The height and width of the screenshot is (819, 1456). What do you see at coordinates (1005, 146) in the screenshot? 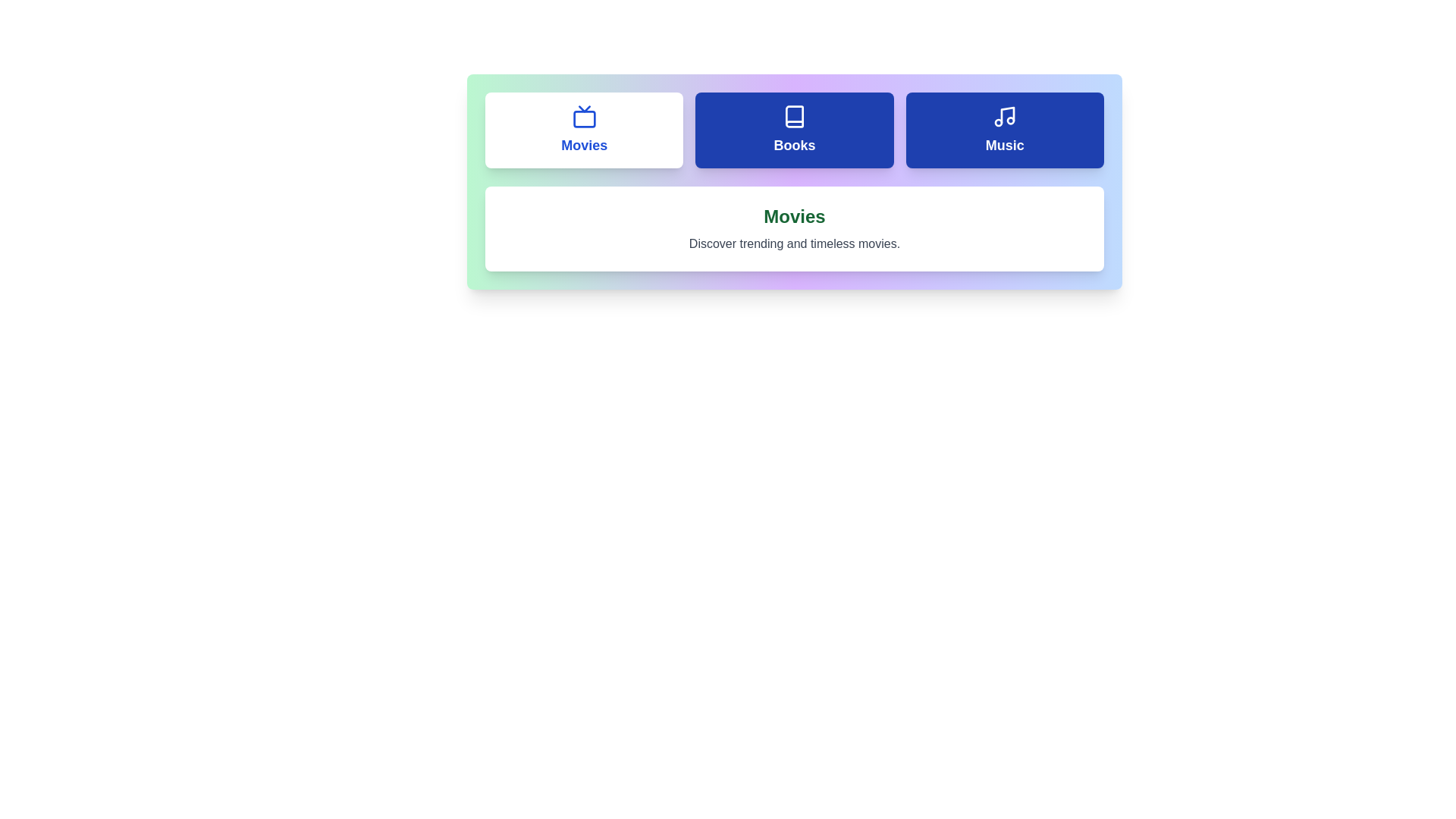
I see `the 'Music' text label that visually identifies the music section, located beneath the music note icon` at bounding box center [1005, 146].